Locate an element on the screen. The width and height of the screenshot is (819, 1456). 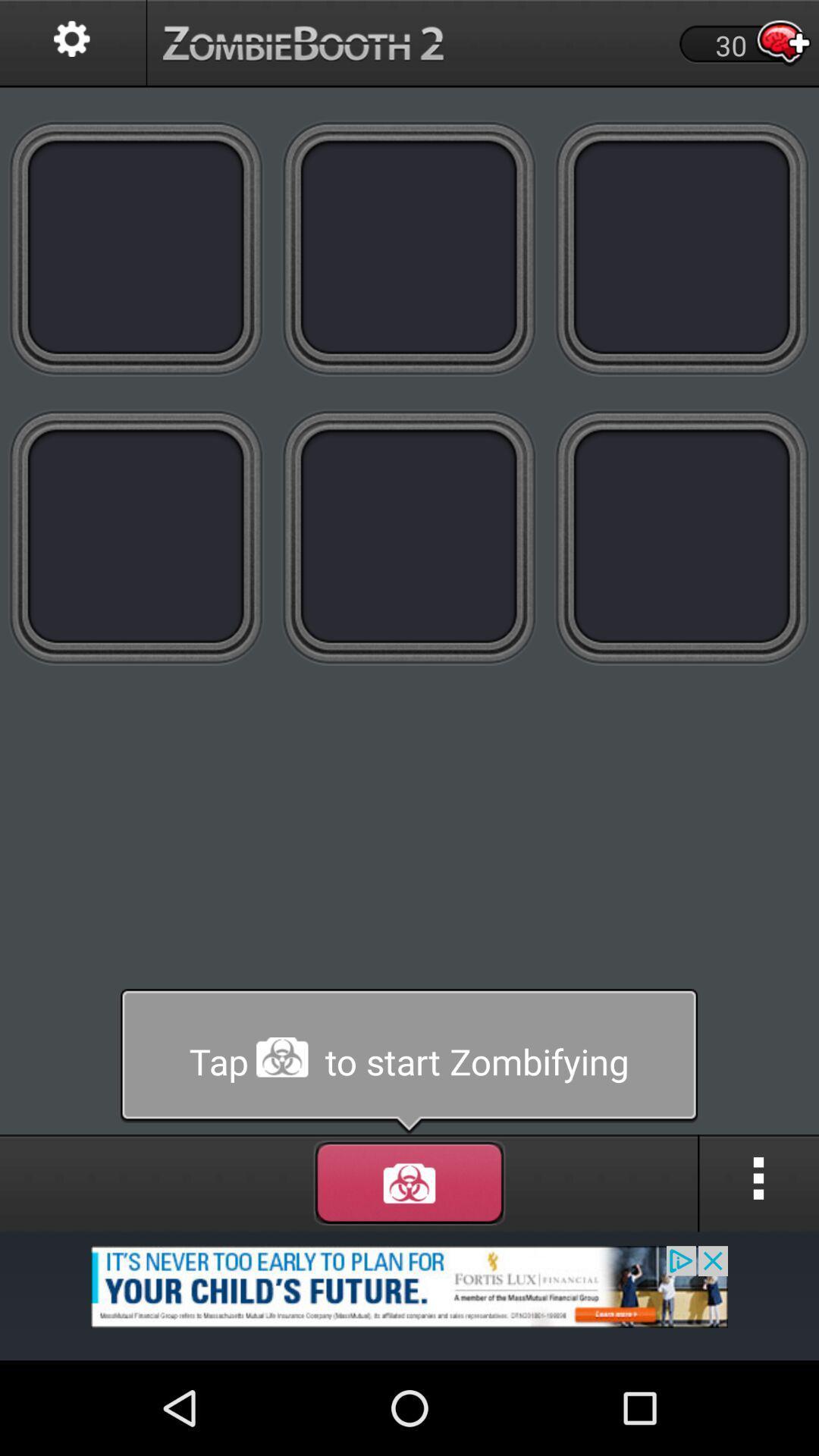
menu is located at coordinates (409, 1182).